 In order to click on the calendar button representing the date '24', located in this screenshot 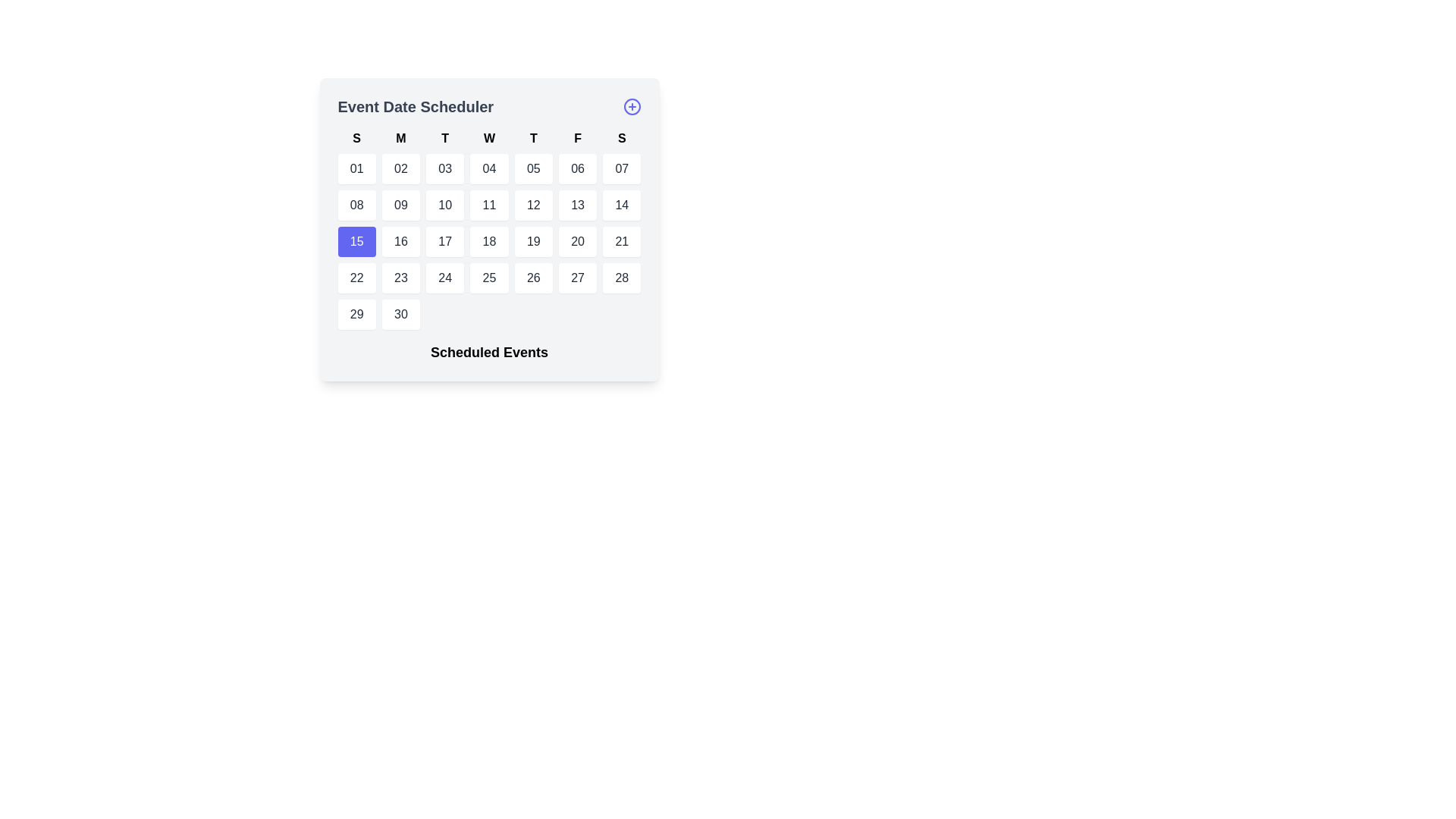, I will do `click(444, 278)`.